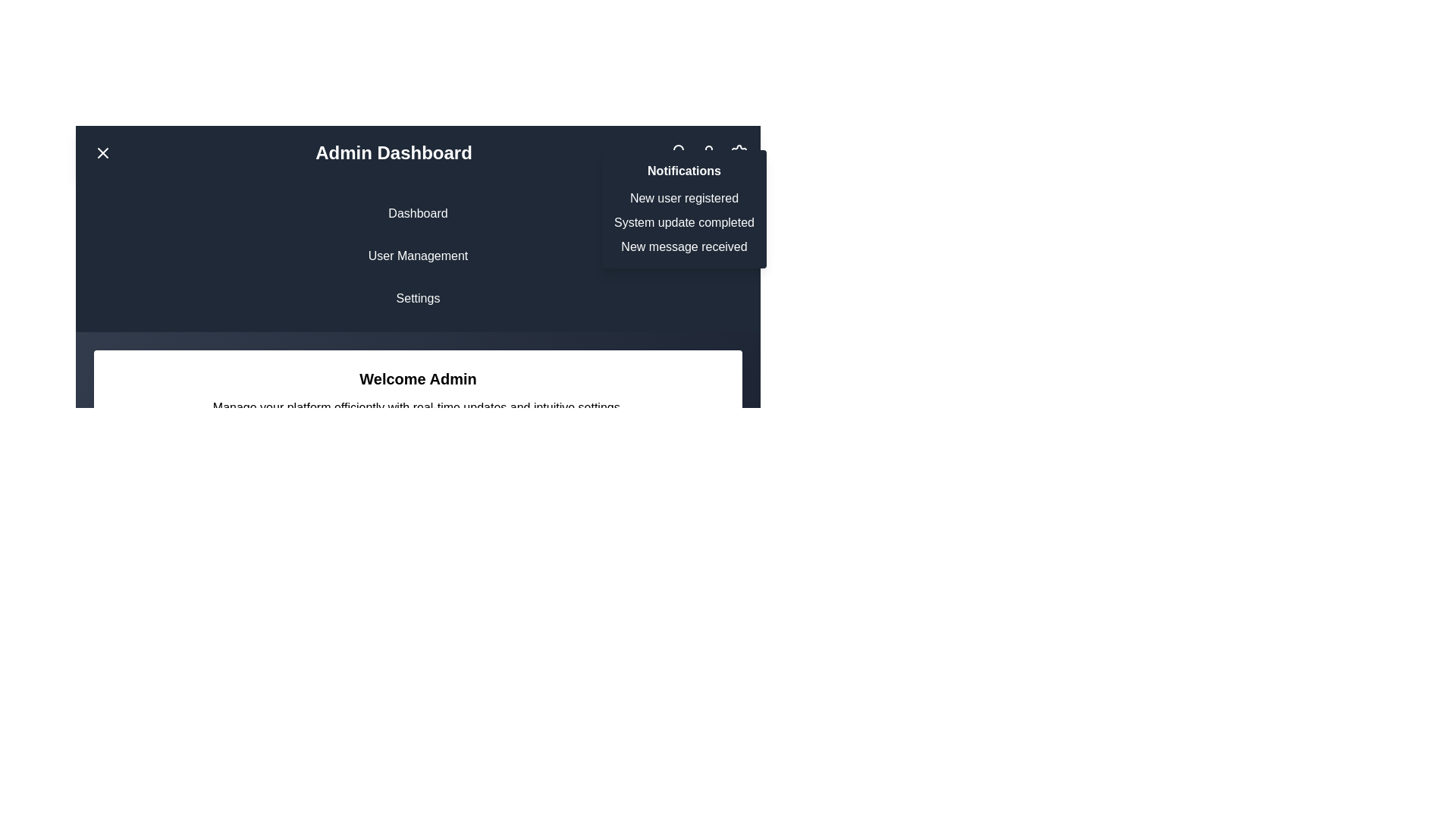  I want to click on the icon to access user, so click(708, 152).